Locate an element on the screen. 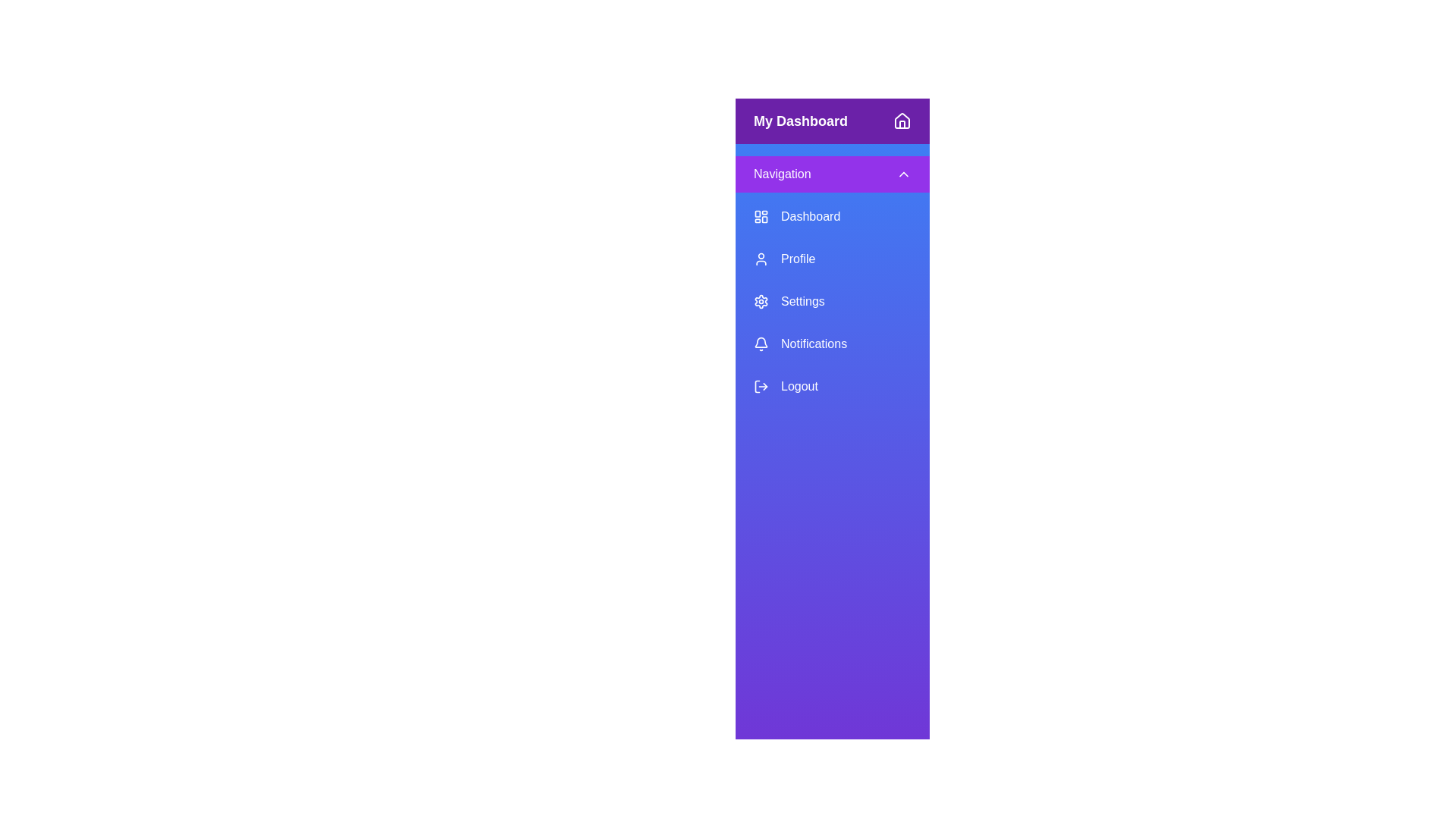  the 'Dashboard' button, which is styled with a blue background and white text, located in the vertical navigation list under the 'Navigation' section is located at coordinates (832, 216).